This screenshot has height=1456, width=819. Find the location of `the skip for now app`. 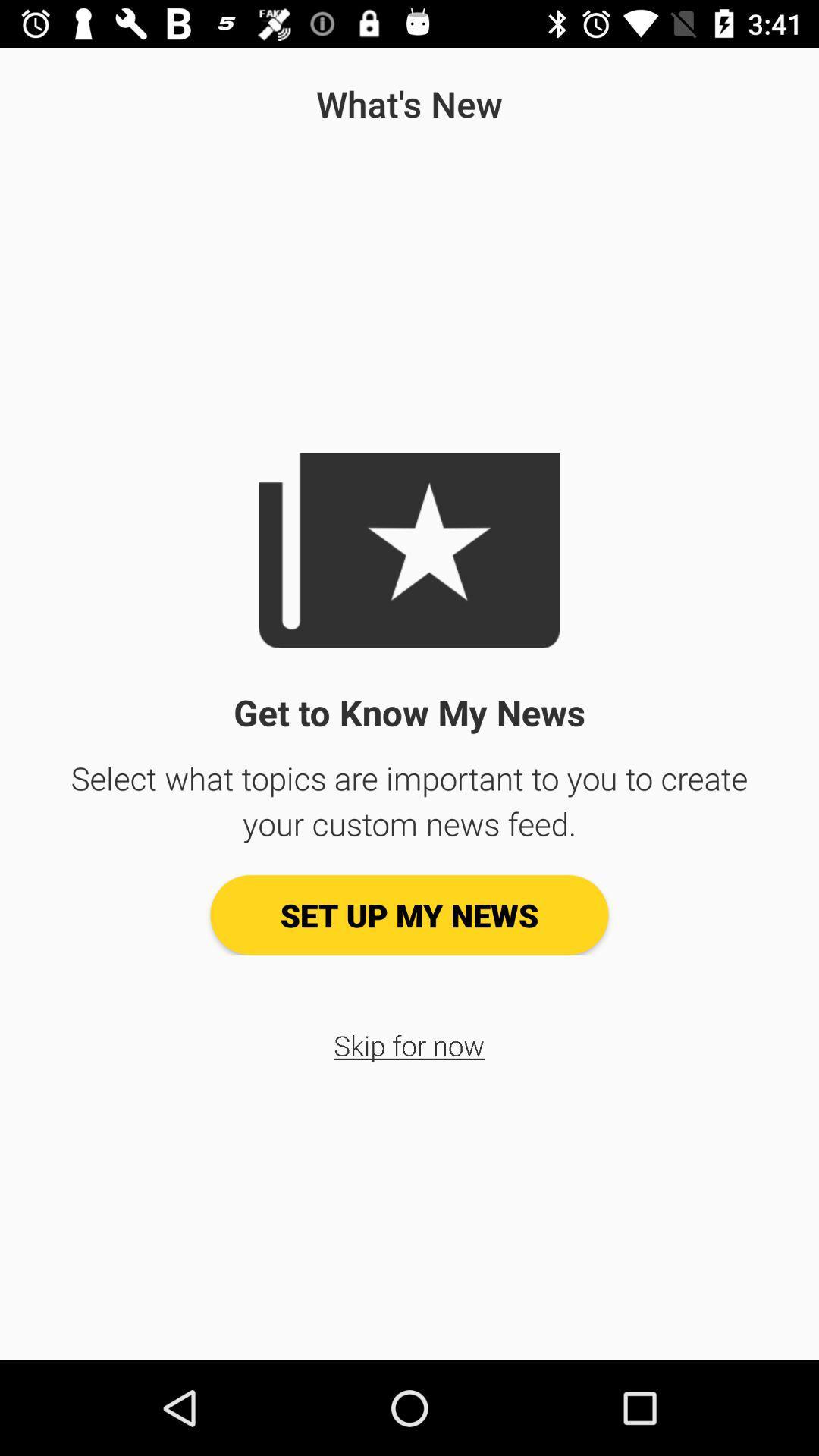

the skip for now app is located at coordinates (408, 1044).